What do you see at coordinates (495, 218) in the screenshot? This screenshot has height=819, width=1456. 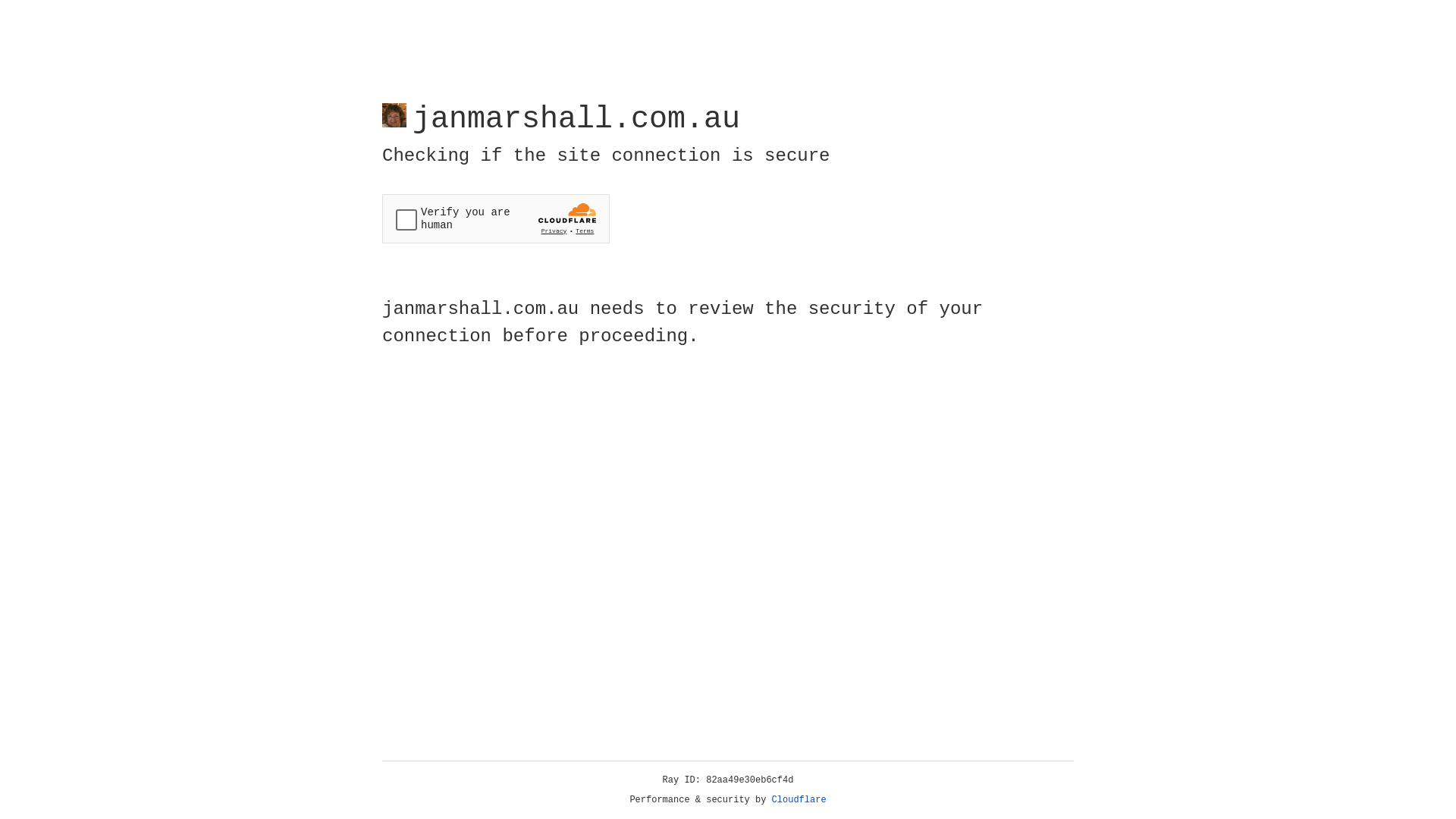 I see `'Widget containing a Cloudflare security challenge'` at bounding box center [495, 218].